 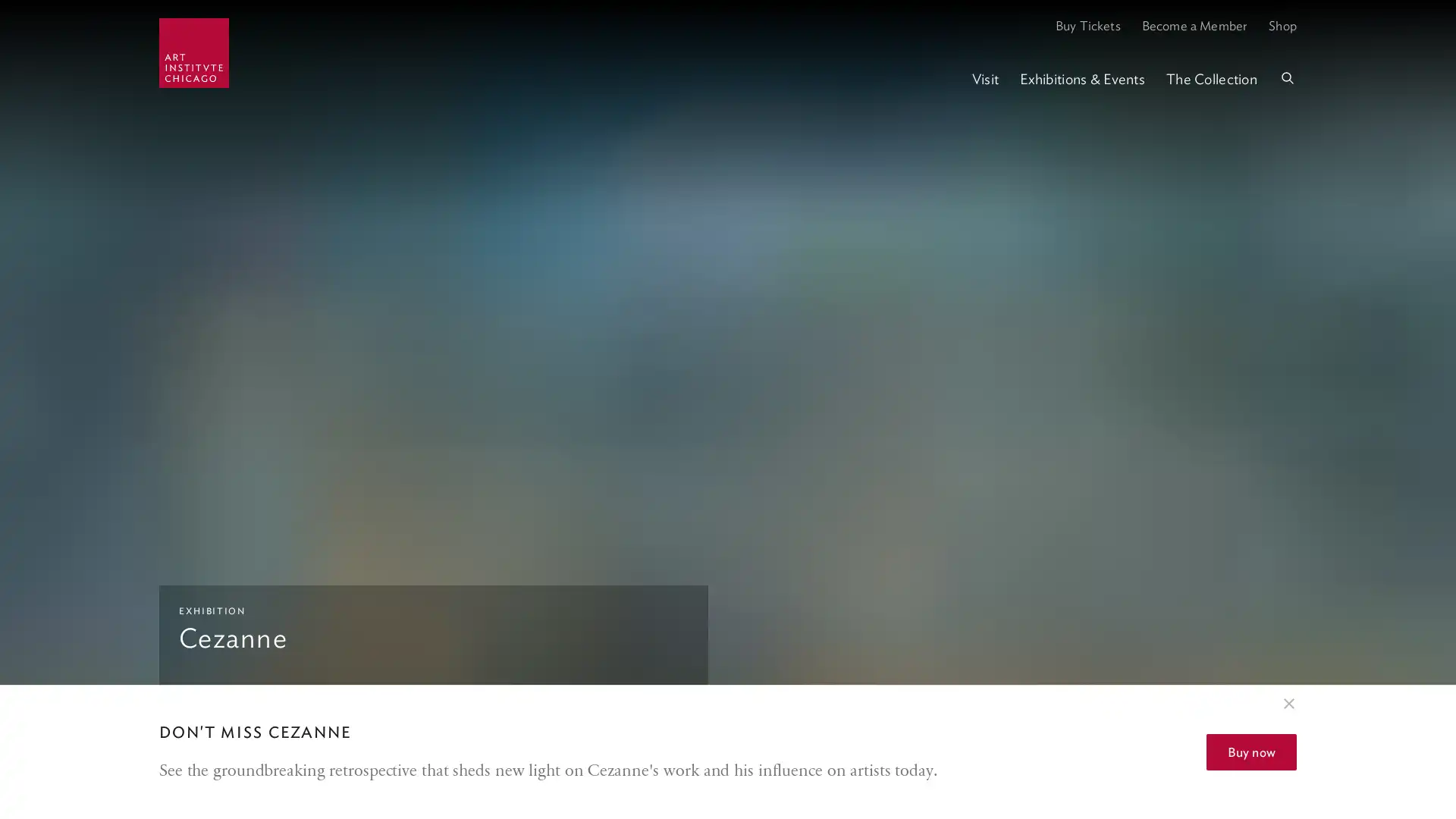 I want to click on Buy now, so click(x=1251, y=752).